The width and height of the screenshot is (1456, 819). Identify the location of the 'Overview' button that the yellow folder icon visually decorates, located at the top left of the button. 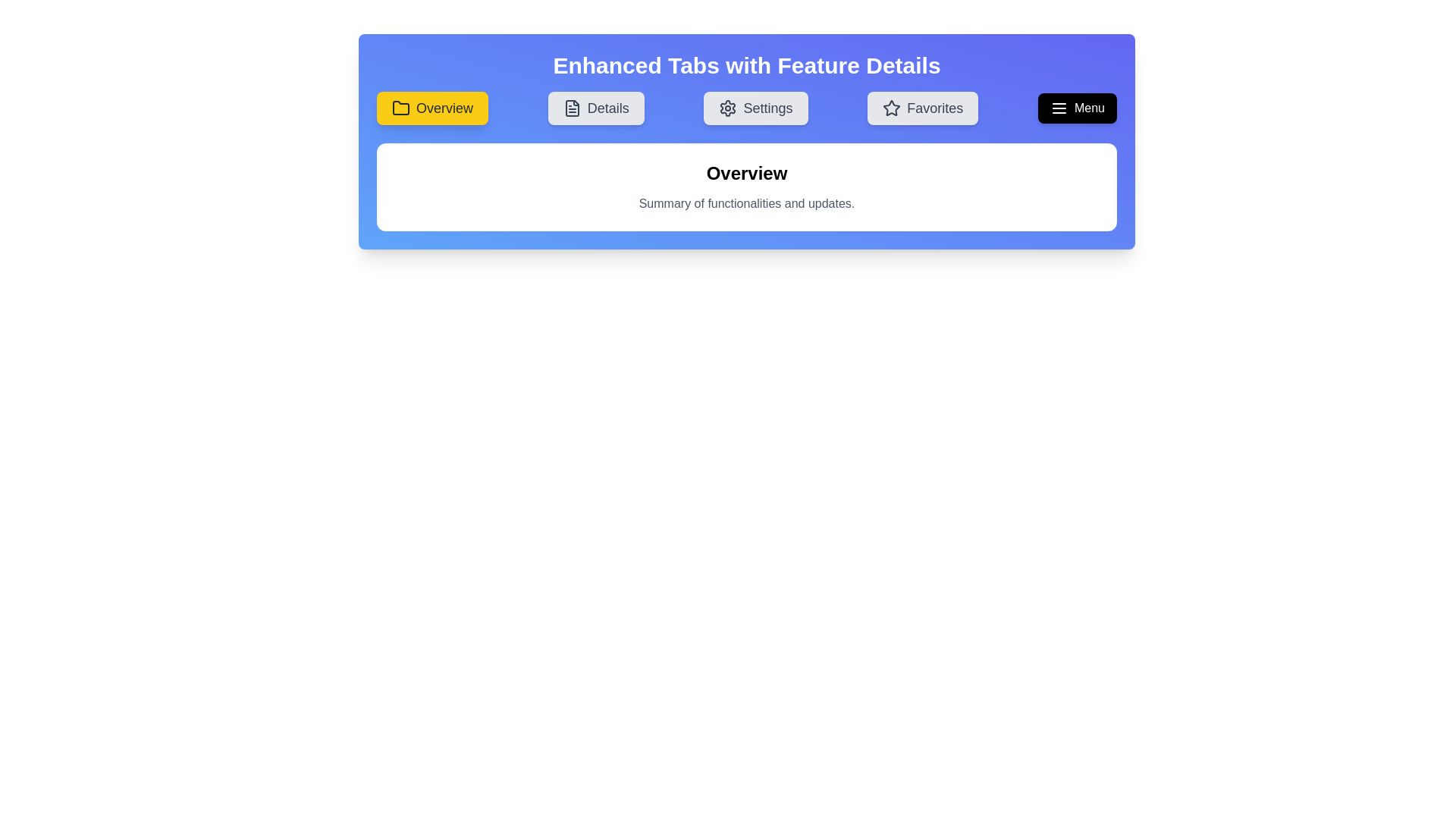
(400, 107).